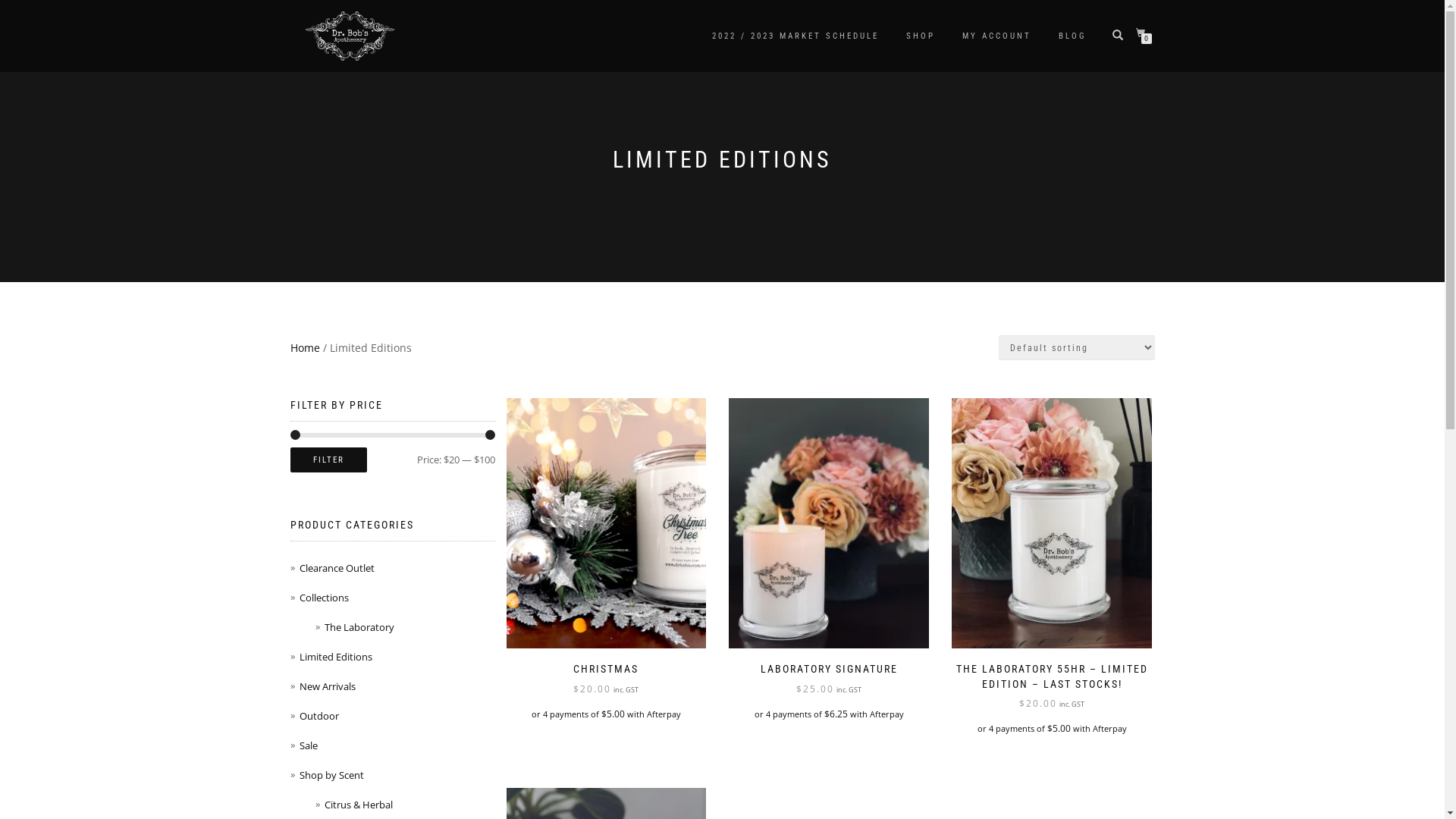 This screenshot has height=819, width=1456. I want to click on '2022 / 2023 MARKET SCHEDULE', so click(700, 34).